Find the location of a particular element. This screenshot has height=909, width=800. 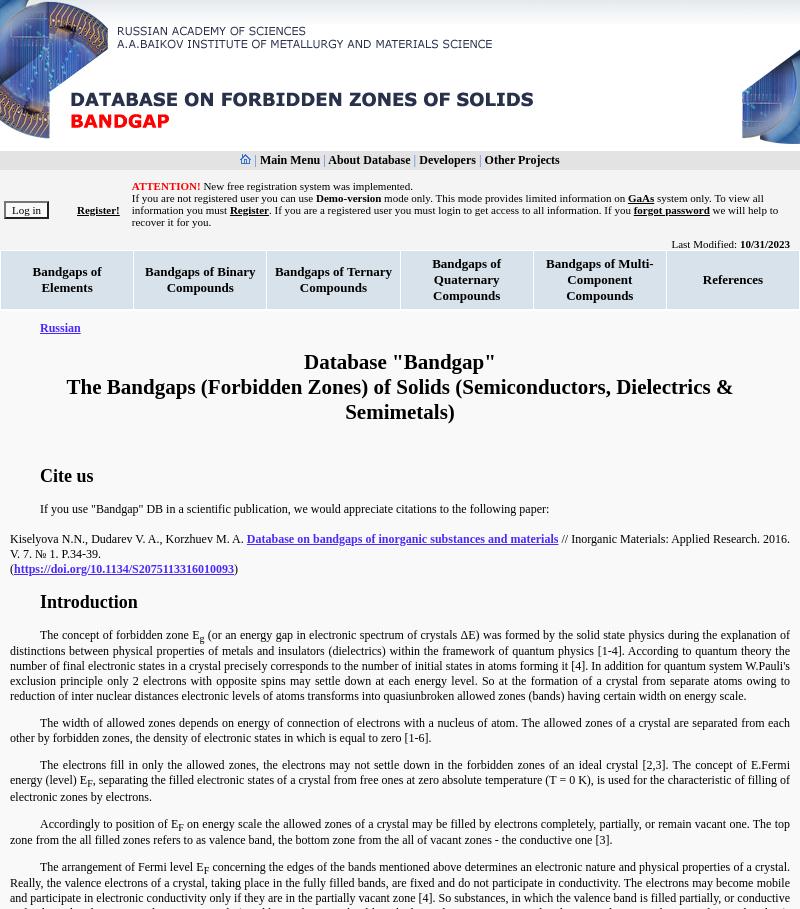

'Accordingly to position of E' is located at coordinates (108, 823).